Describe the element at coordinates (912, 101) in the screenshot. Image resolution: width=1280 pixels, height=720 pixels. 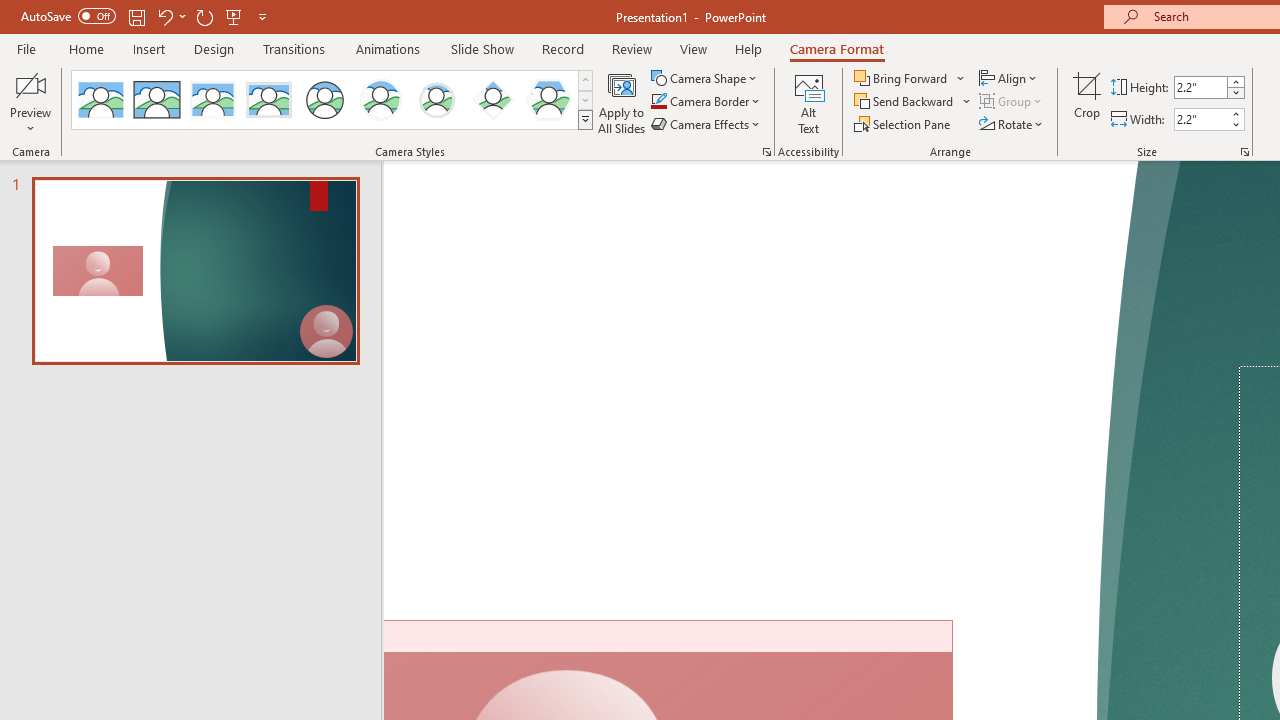
I see `'Send Backward'` at that location.